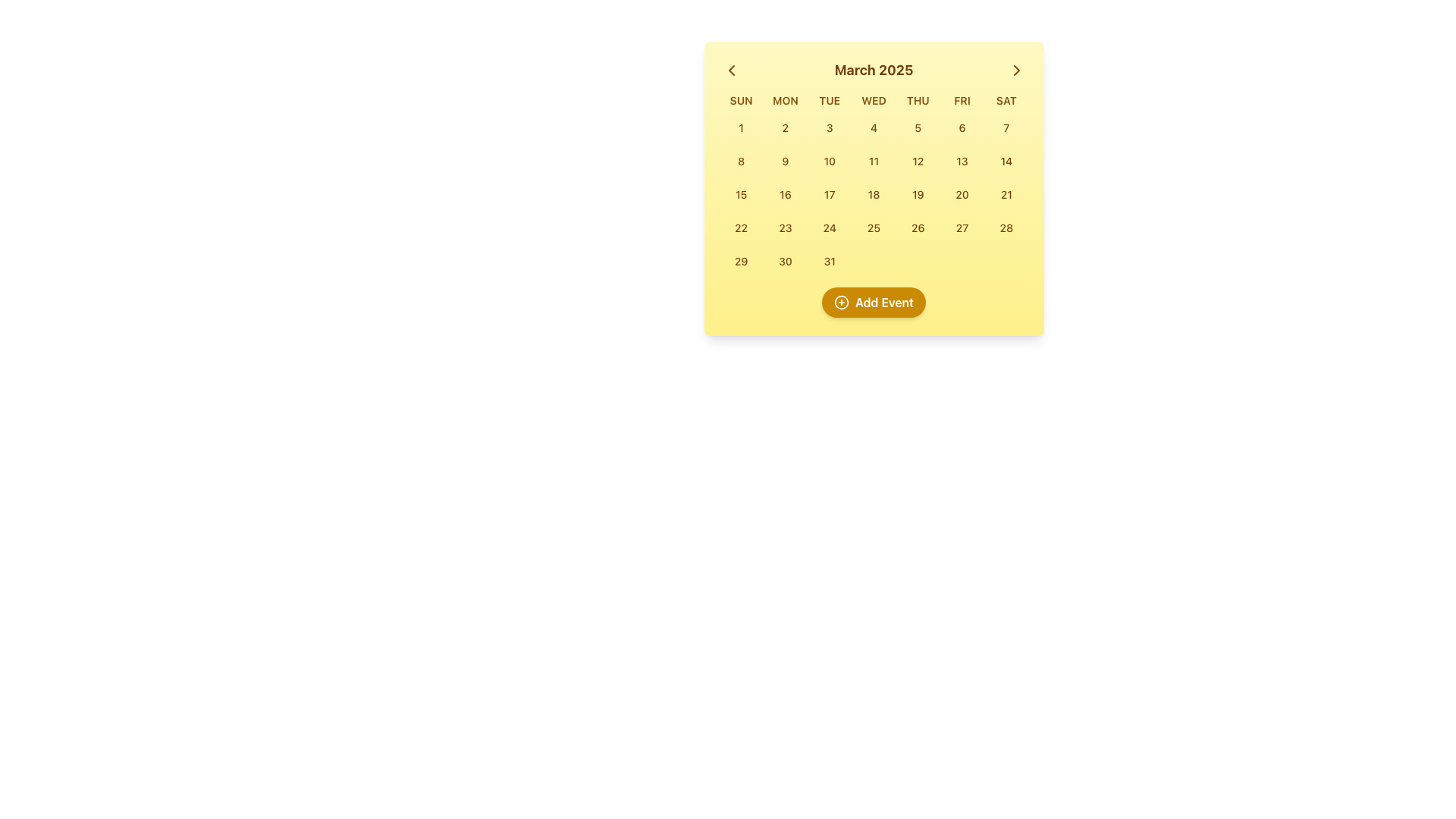 Image resolution: width=1456 pixels, height=819 pixels. What do you see at coordinates (785, 161) in the screenshot?
I see `the interactive date cell representing the date '9'` at bounding box center [785, 161].